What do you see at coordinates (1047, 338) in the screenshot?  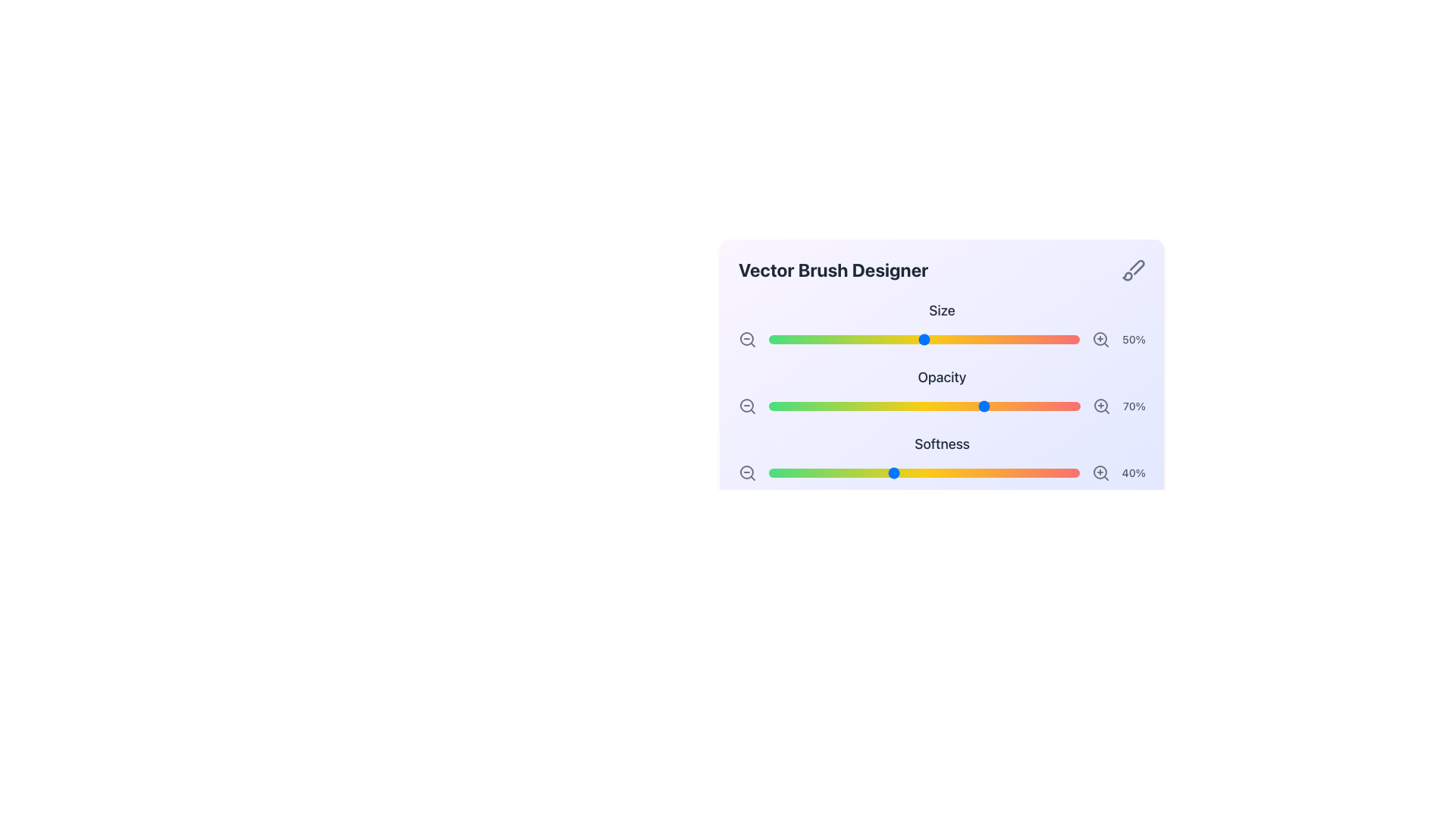 I see `the slider value` at bounding box center [1047, 338].